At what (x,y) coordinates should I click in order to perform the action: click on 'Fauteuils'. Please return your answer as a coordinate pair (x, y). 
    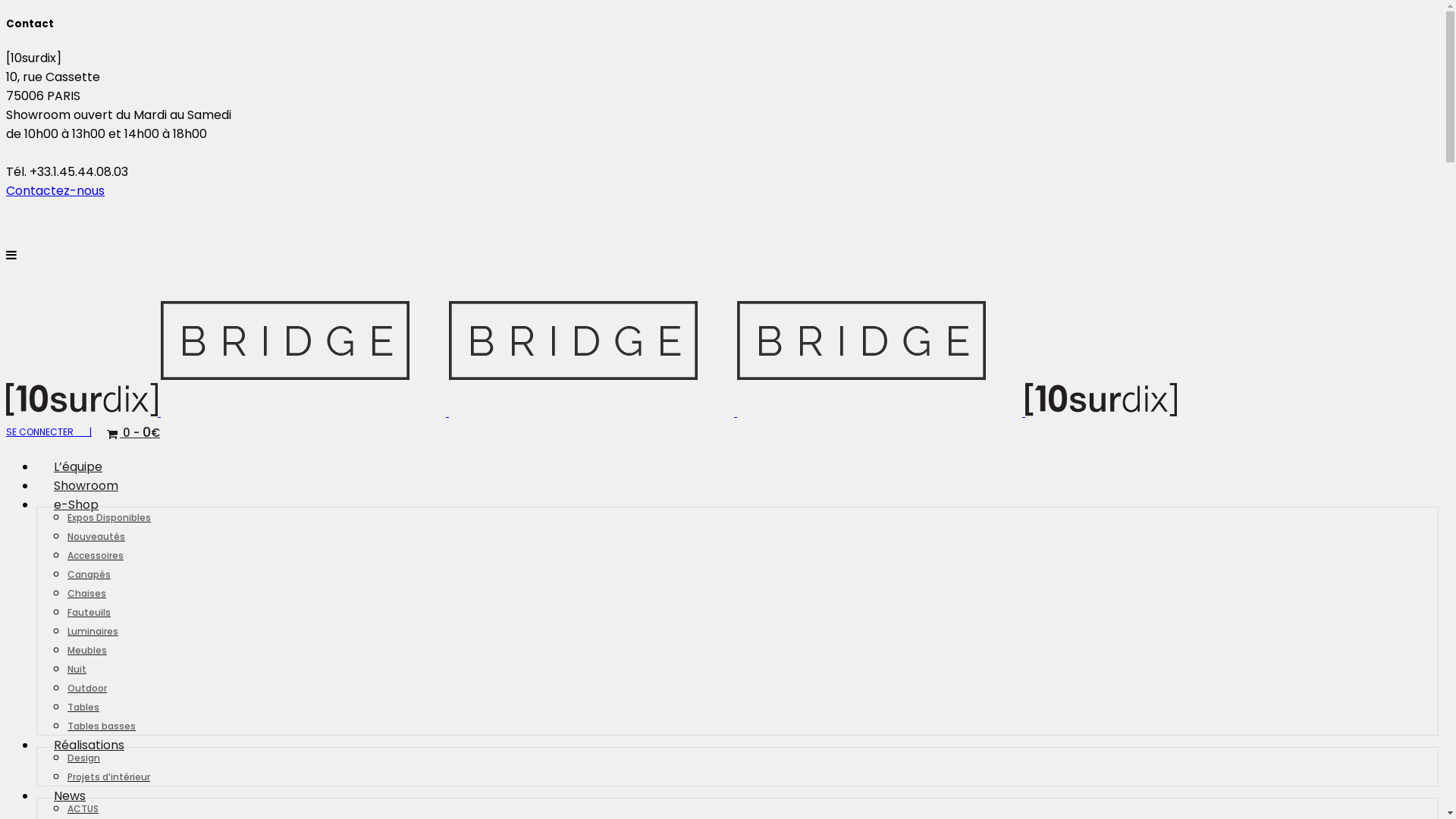
    Looking at the image, I should click on (88, 610).